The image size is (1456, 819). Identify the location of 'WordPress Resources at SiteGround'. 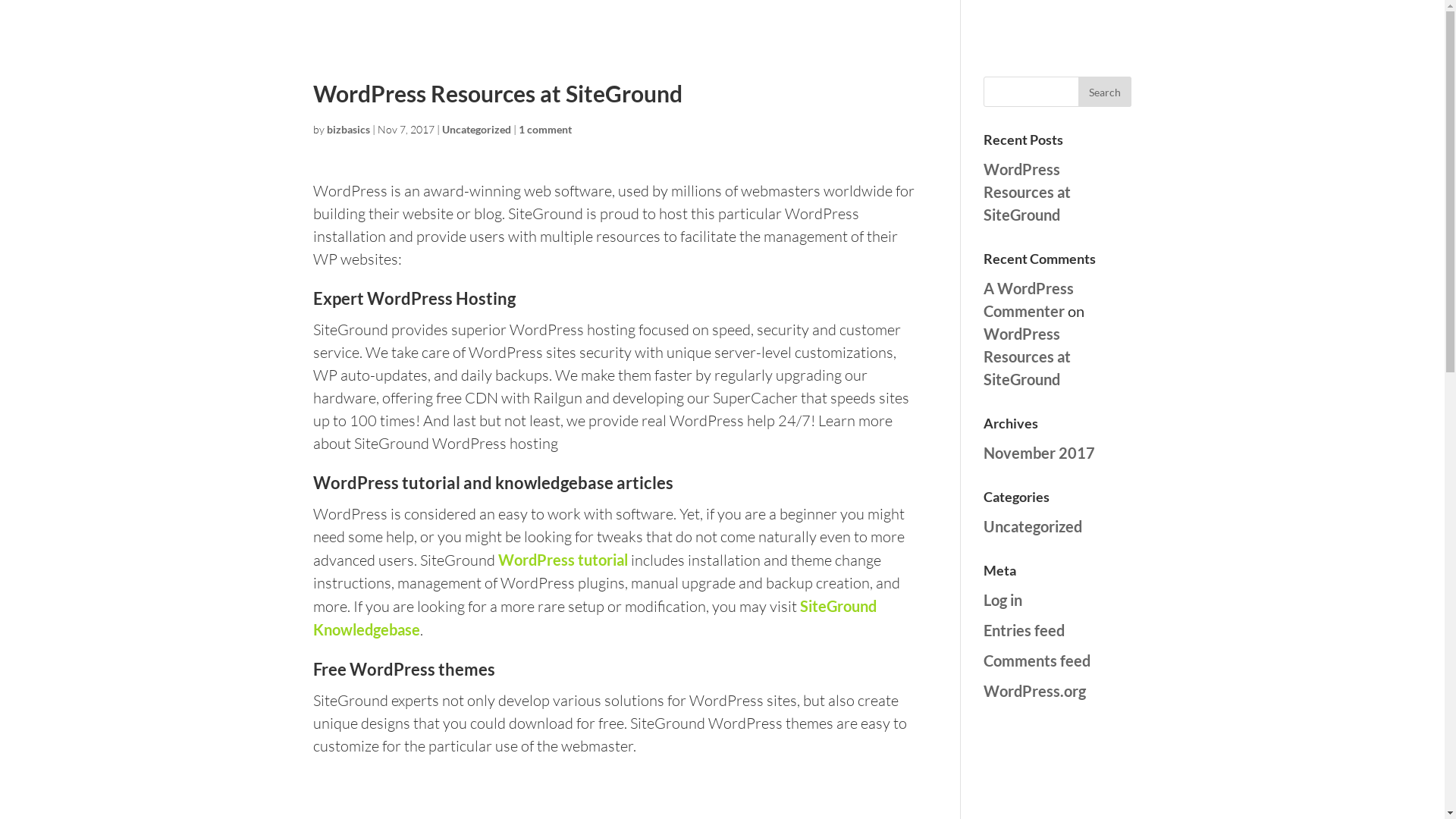
(1027, 191).